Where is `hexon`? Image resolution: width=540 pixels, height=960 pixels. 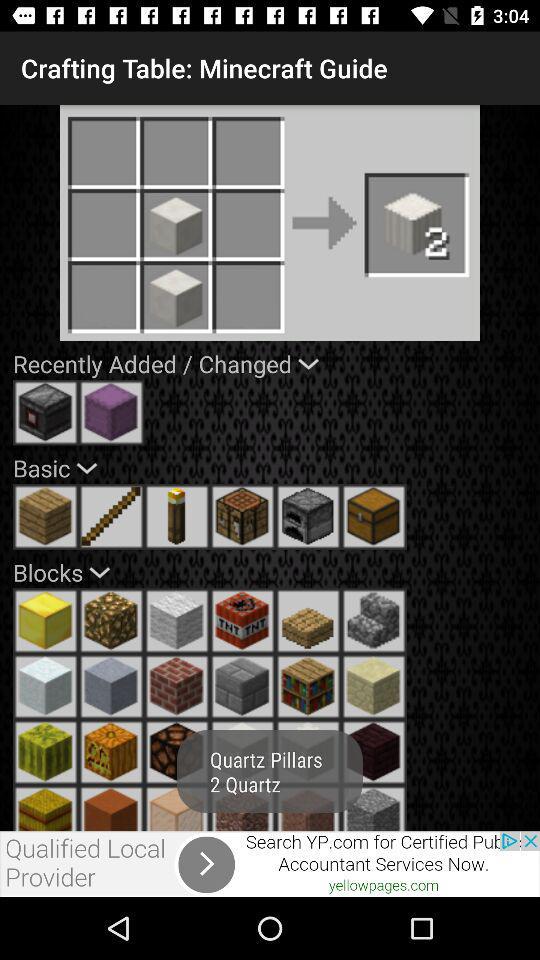 hexon is located at coordinates (374, 751).